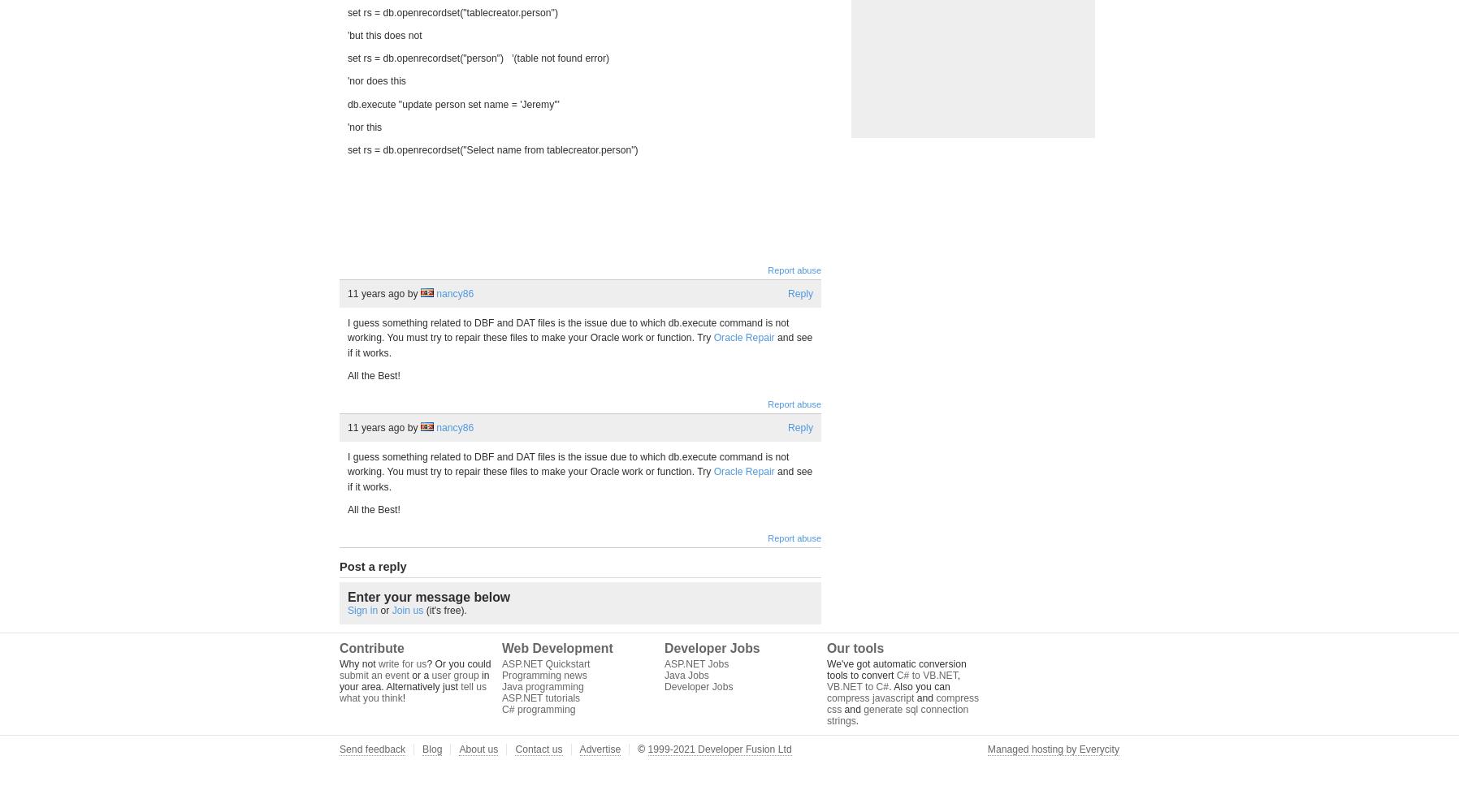  I want to click on 'Enter your message below', so click(428, 596).